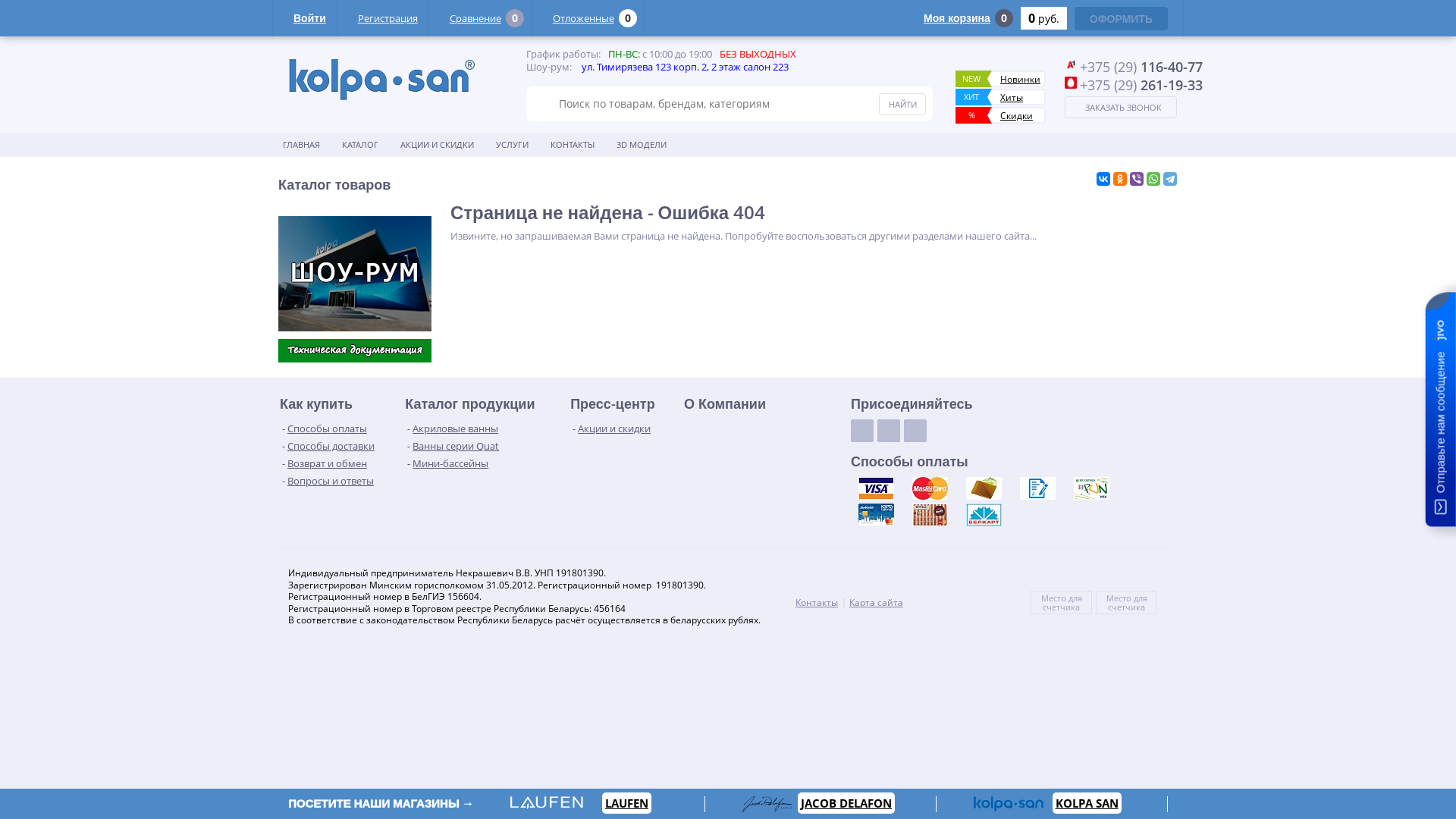  What do you see at coordinates (381, 78) in the screenshot?
I see `'kolpa-san_logo.png'` at bounding box center [381, 78].